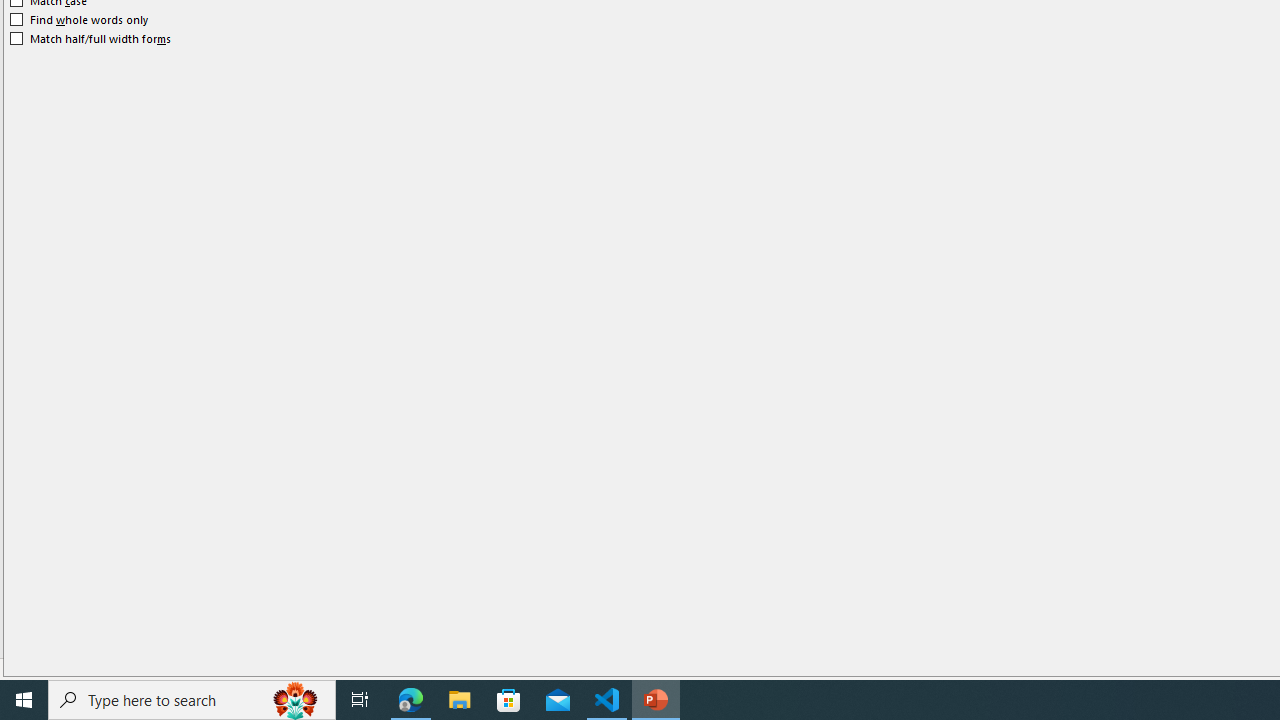 The width and height of the screenshot is (1280, 720). What do you see at coordinates (90, 38) in the screenshot?
I see `'Match half/full width forms'` at bounding box center [90, 38].